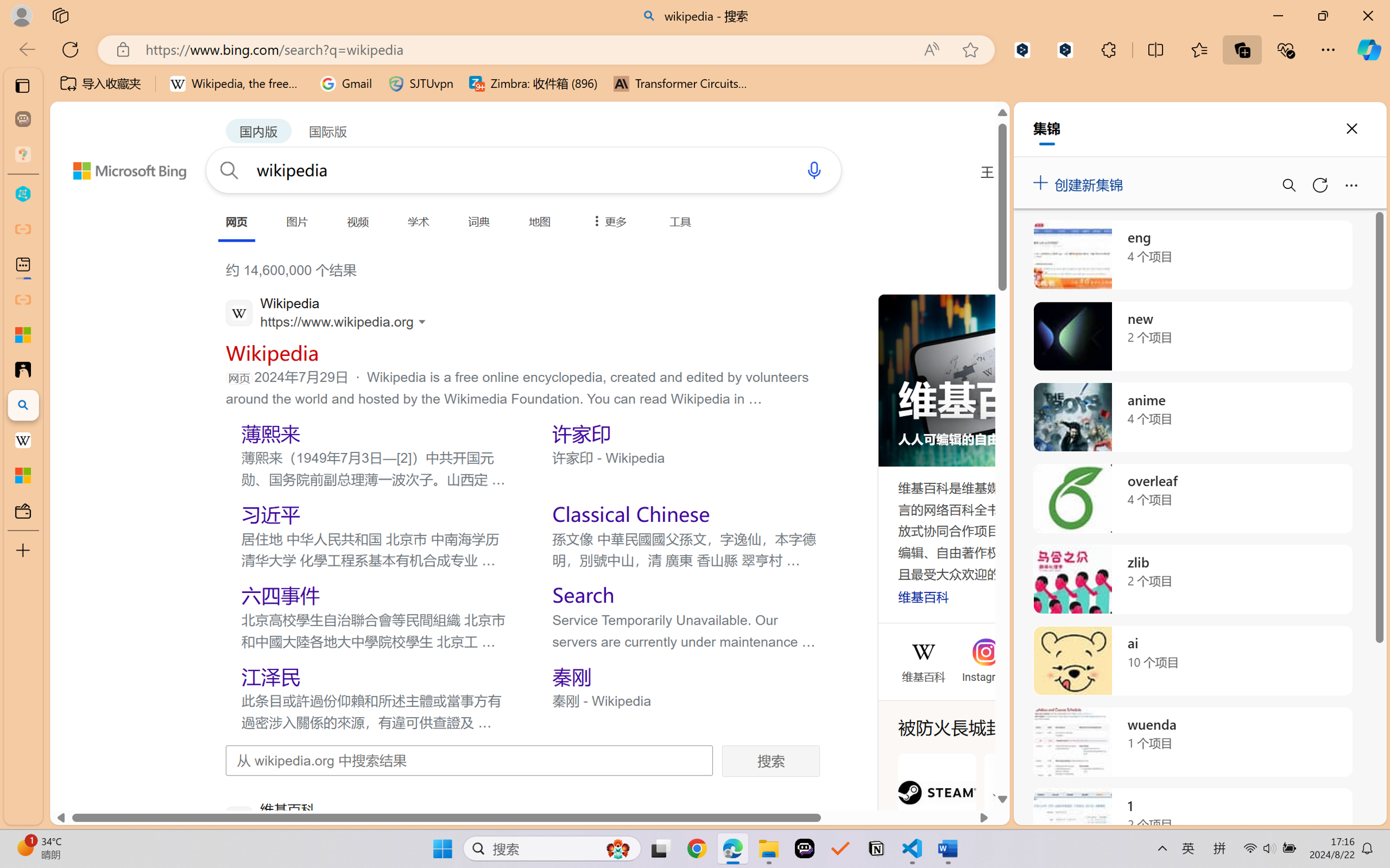  Describe the element at coordinates (928, 739) in the screenshot. I see `'AutomationID: mfa_root'` at that location.